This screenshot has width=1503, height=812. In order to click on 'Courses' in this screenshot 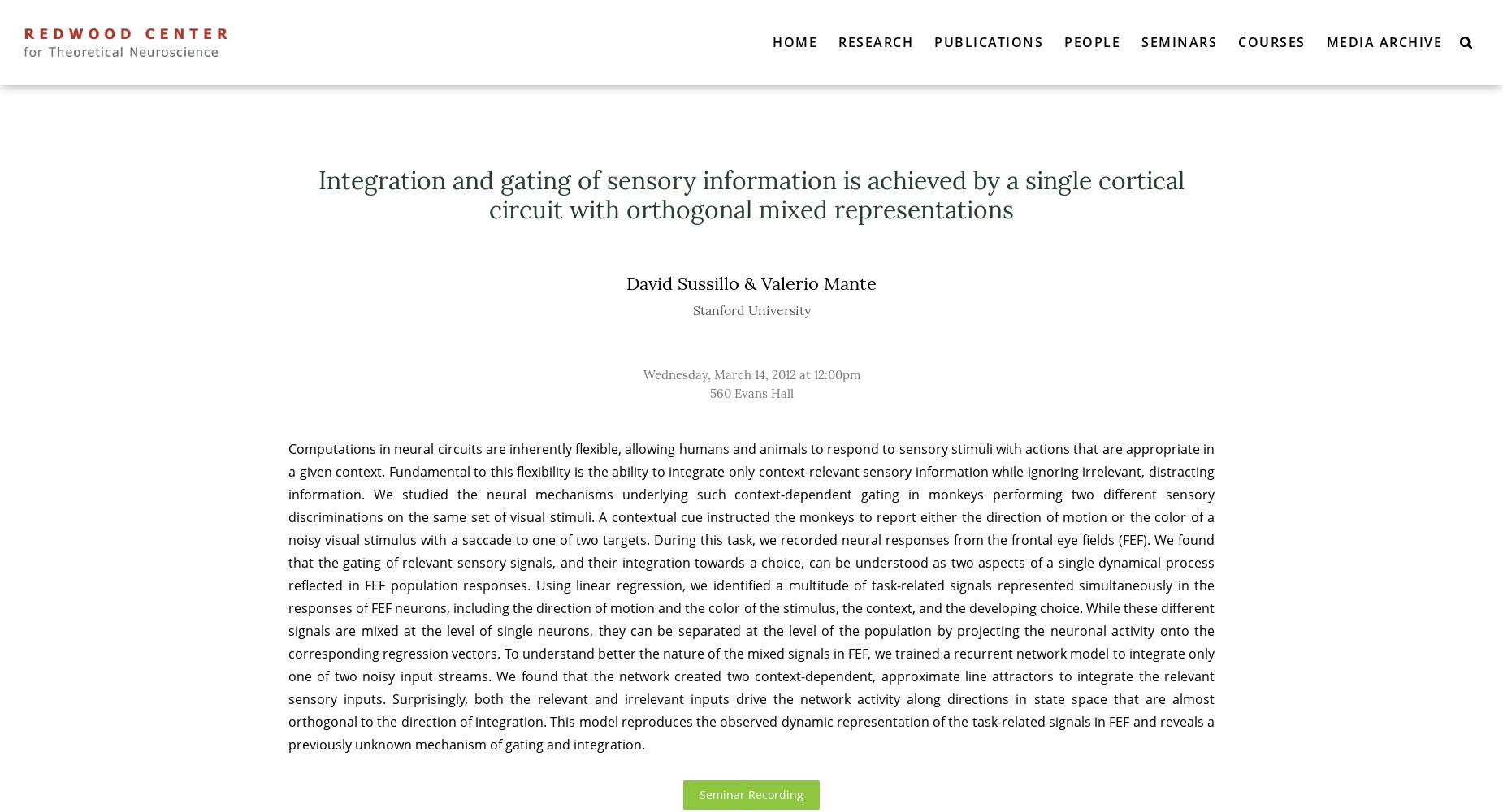, I will do `click(1271, 41)`.